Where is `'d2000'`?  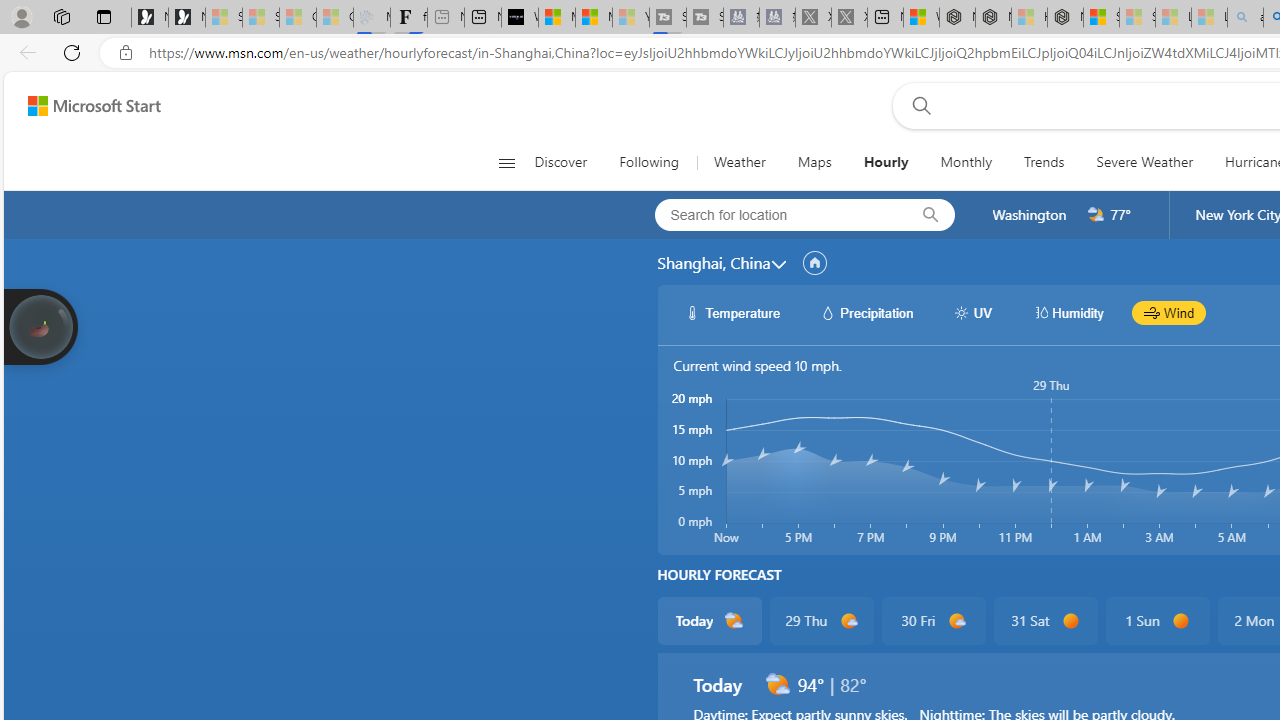
'd2000' is located at coordinates (776, 684).